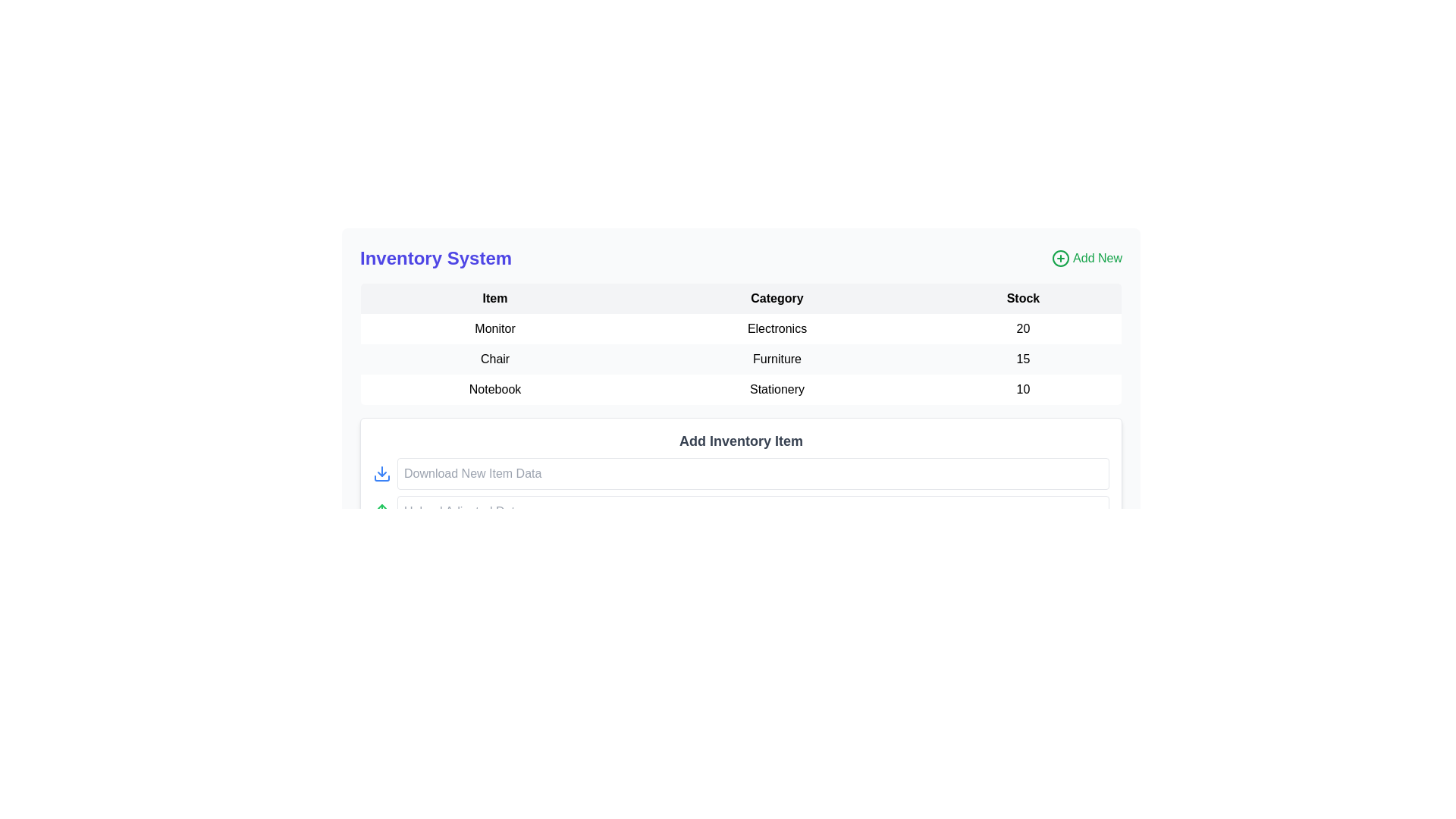 This screenshot has width=1456, height=819. I want to click on the Download icon located in the 'Add Inventory Item' section below the 'Inventory System' table to initiate the download of associated data, so click(382, 472).